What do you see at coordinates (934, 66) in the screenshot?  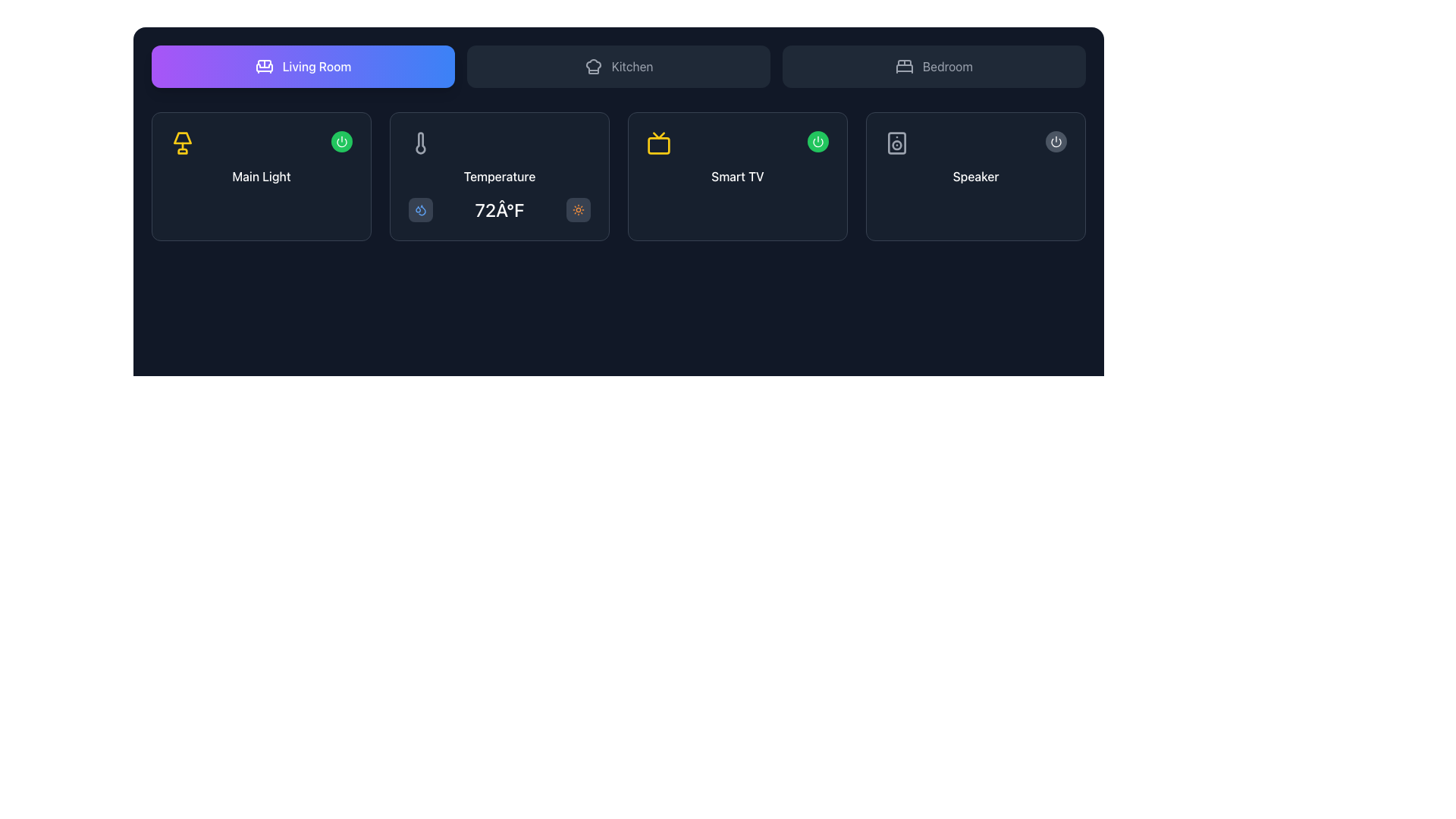 I see `the 'Bedroom' label with the associated double bed icon located` at bounding box center [934, 66].